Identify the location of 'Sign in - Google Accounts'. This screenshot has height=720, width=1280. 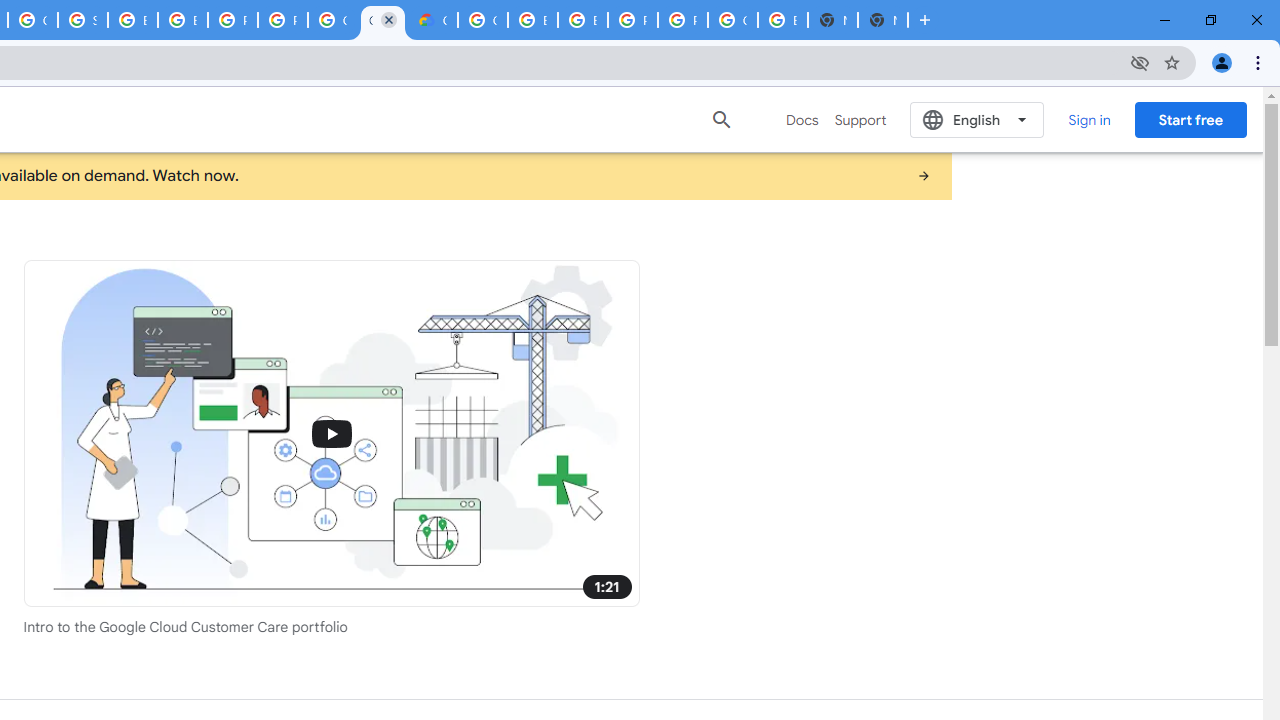
(81, 20).